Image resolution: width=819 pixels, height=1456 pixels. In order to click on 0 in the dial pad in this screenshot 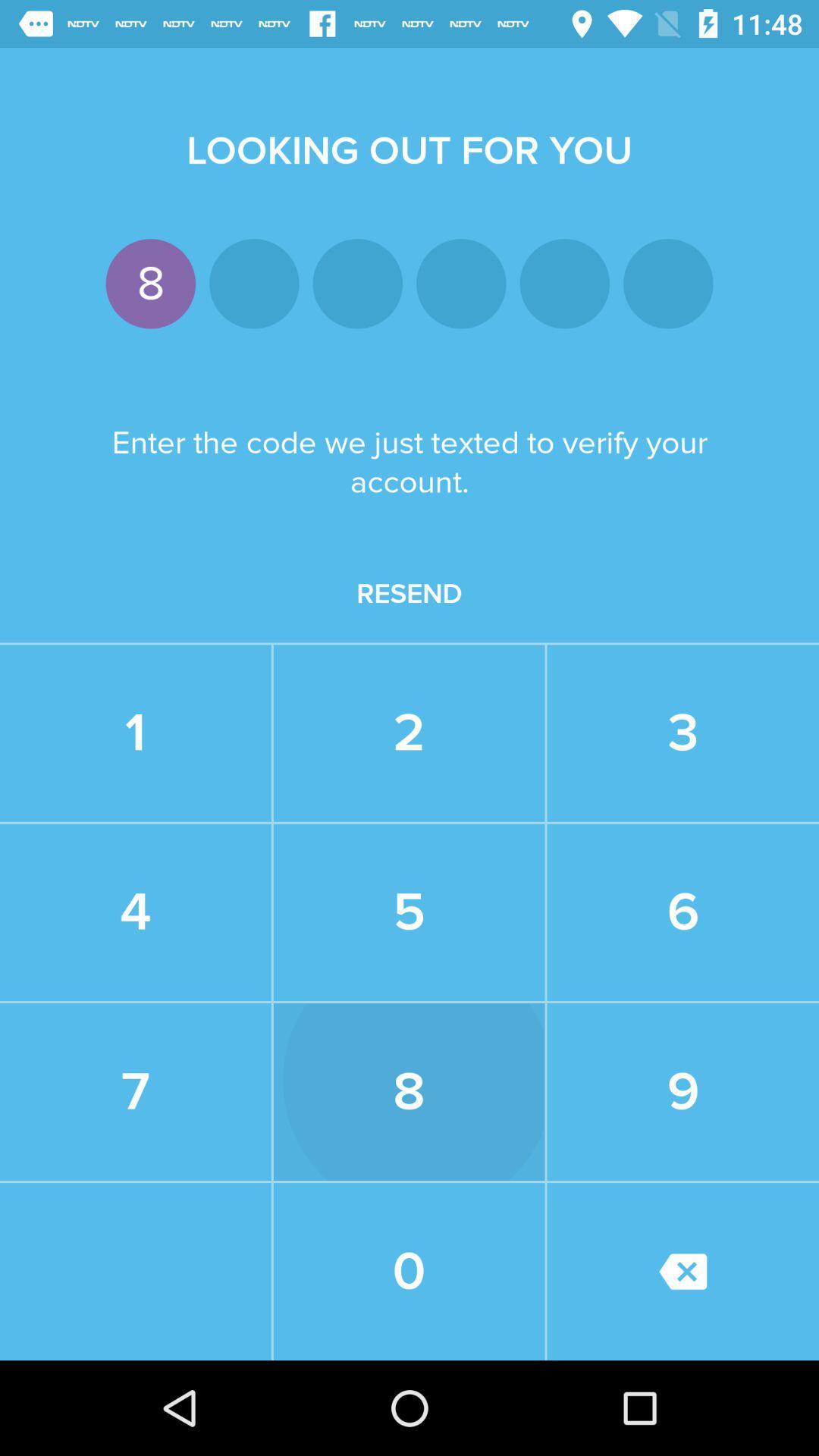, I will do `click(409, 1271)`.